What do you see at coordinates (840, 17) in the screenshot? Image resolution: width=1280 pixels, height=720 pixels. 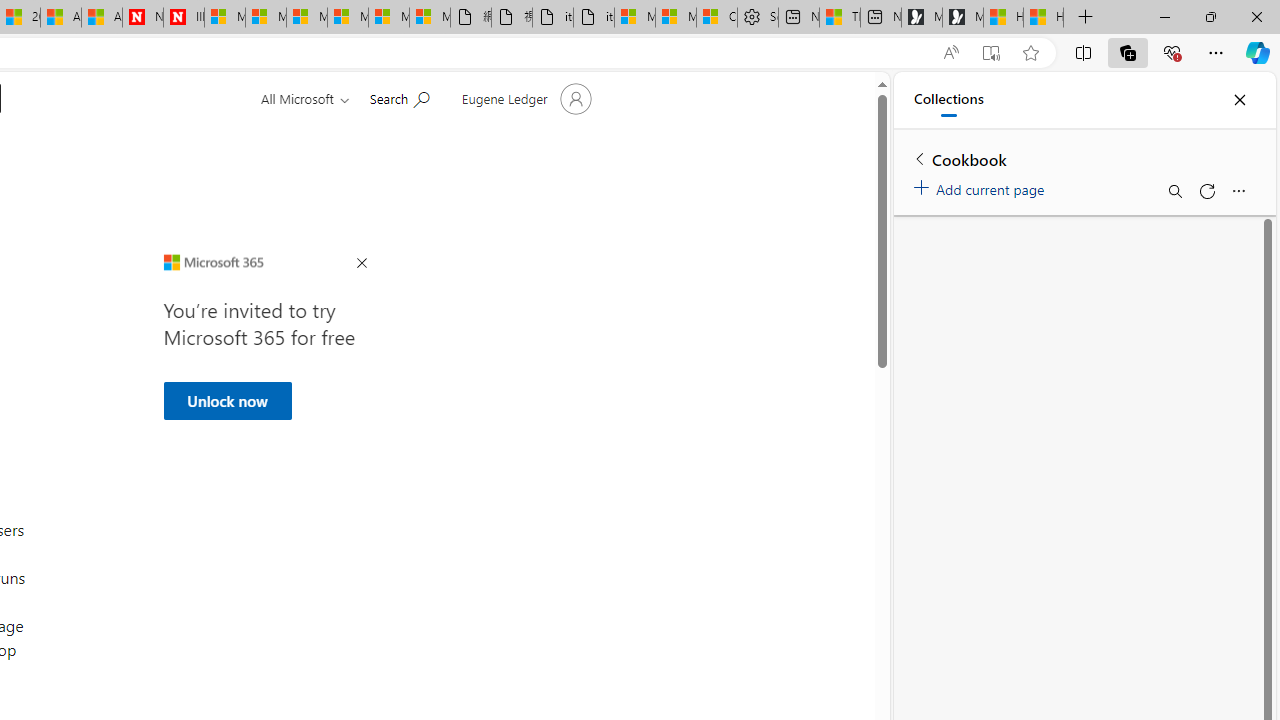 I see `'Three Ways To Stop Sweating So Much'` at bounding box center [840, 17].